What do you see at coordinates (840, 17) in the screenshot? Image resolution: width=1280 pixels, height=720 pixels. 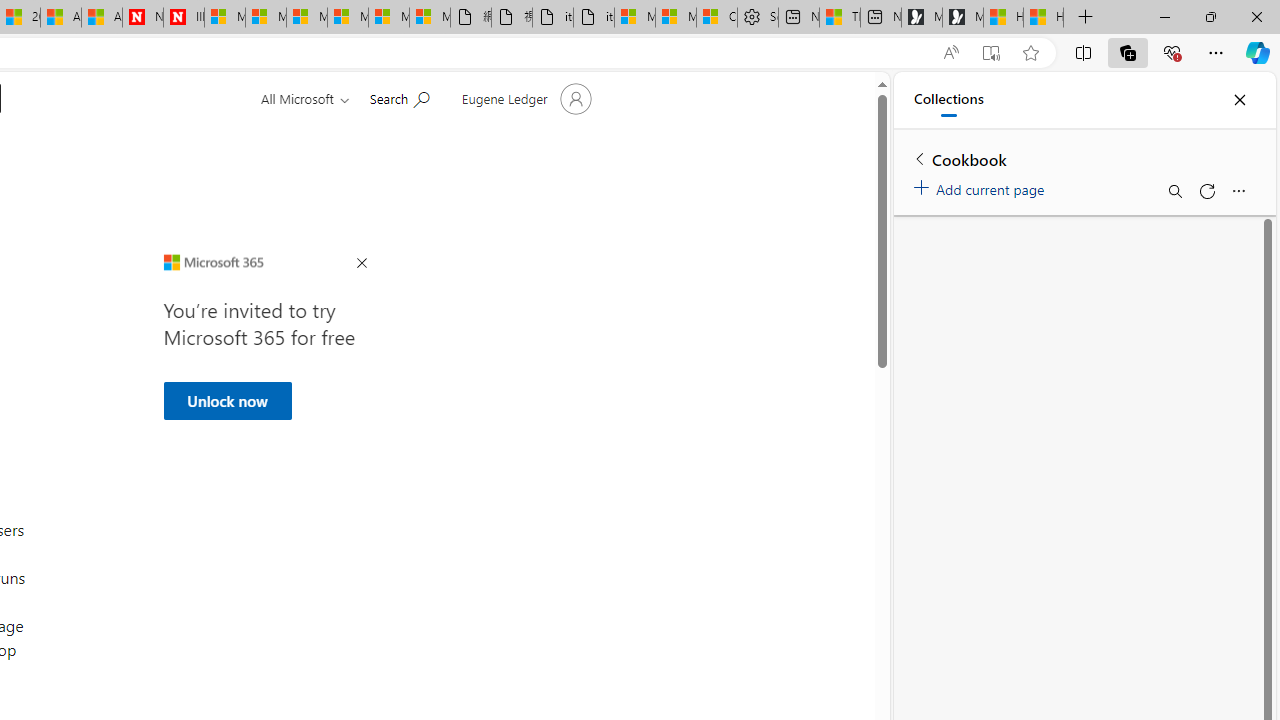 I see `'Three Ways To Stop Sweating So Much'` at bounding box center [840, 17].